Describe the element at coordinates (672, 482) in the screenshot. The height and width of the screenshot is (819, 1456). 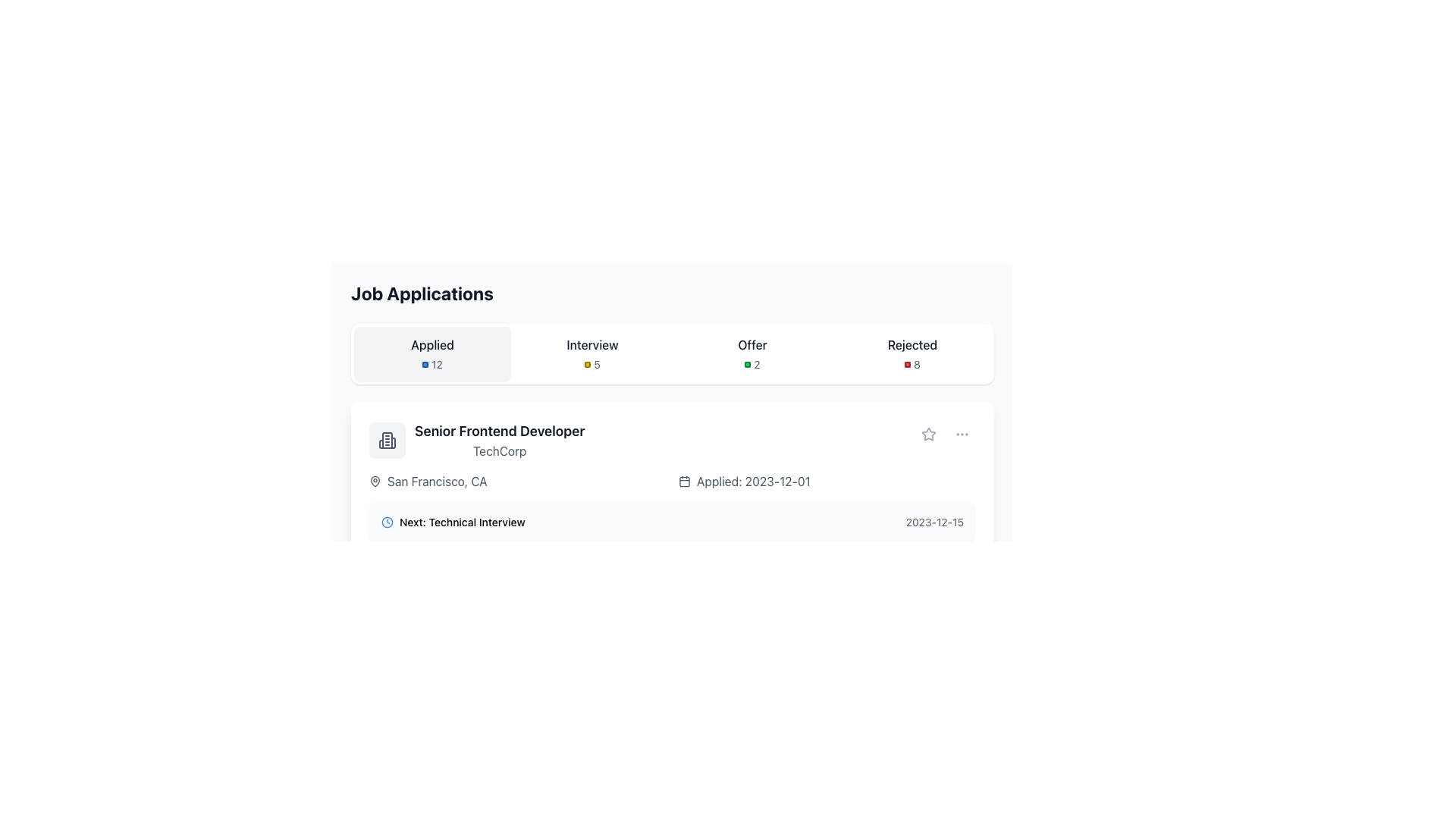
I see `job application details displayed in the informational section below the job title 'Senior Frontend Developer' at 'TechCorp', which includes the location 'San Francisco, CA' and the application date 'Applied: 2023-12-01'` at that location.